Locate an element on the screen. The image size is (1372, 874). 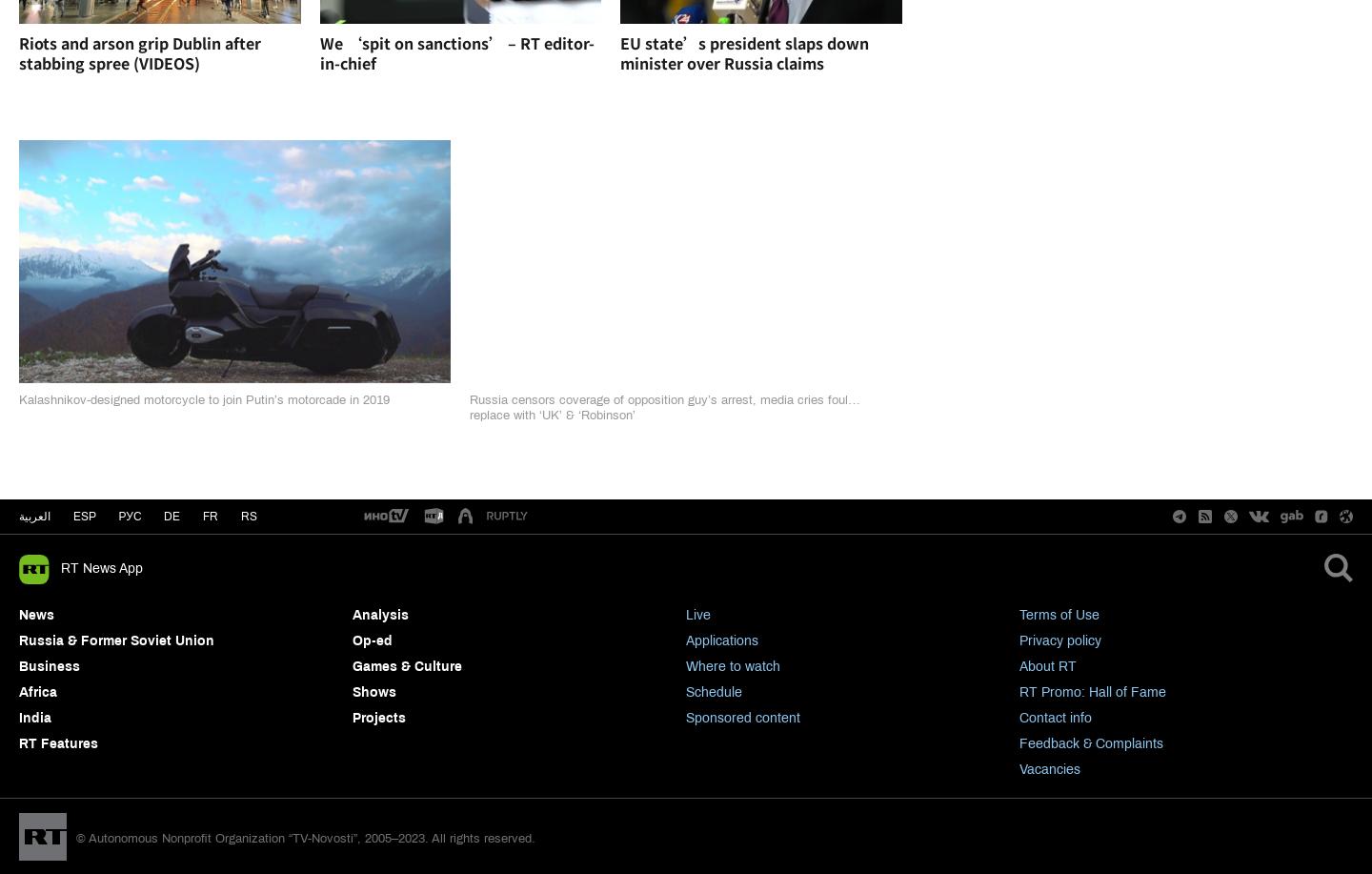
'Where to watch' is located at coordinates (732, 666).